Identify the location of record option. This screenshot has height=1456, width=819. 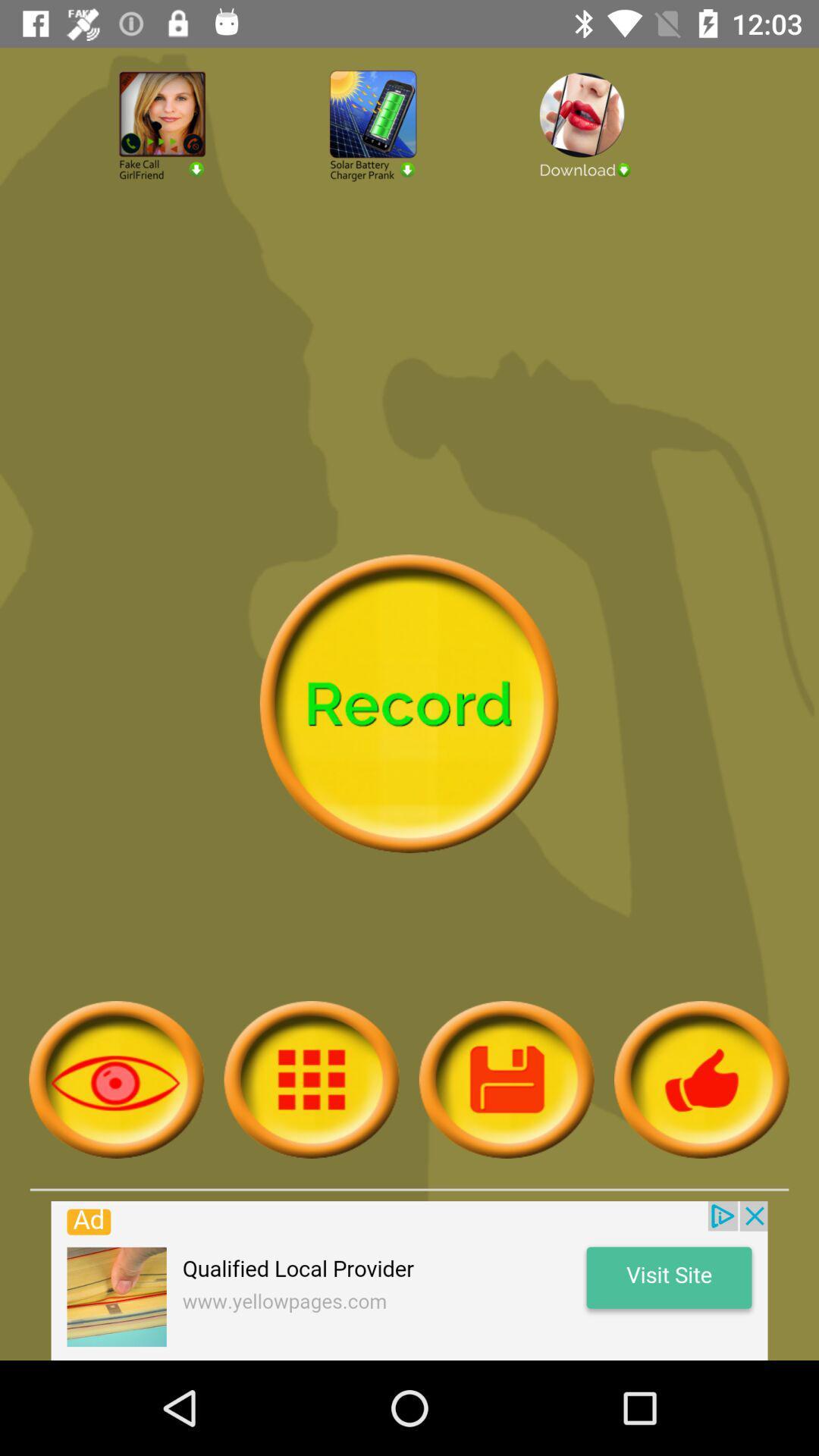
(408, 703).